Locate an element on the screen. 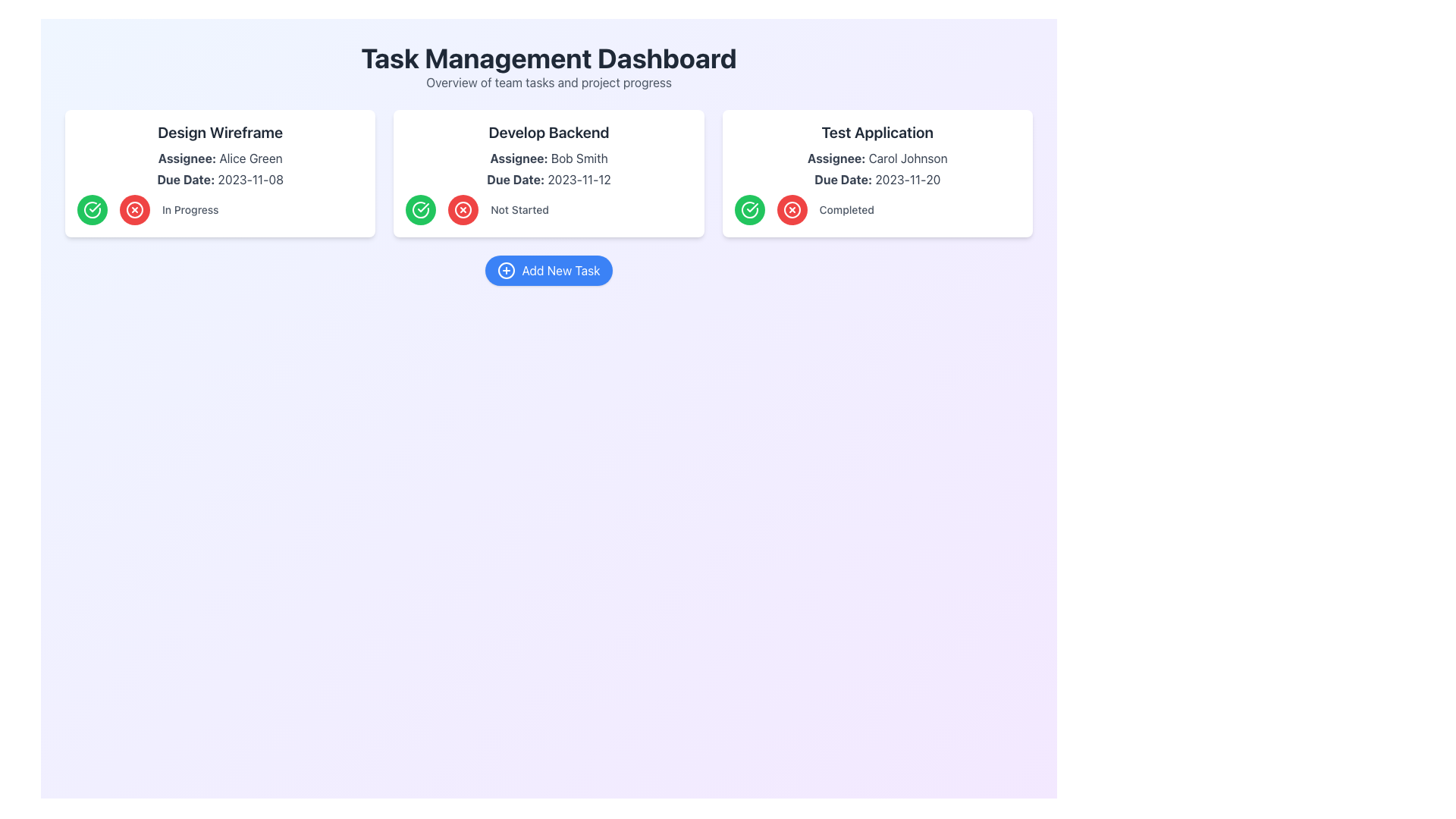 The image size is (1456, 819). the Text Label indicating the assignee of the task under the heading 'Develop Backend', which is positioned to the left of the name 'Bob Smith' is located at coordinates (519, 158).